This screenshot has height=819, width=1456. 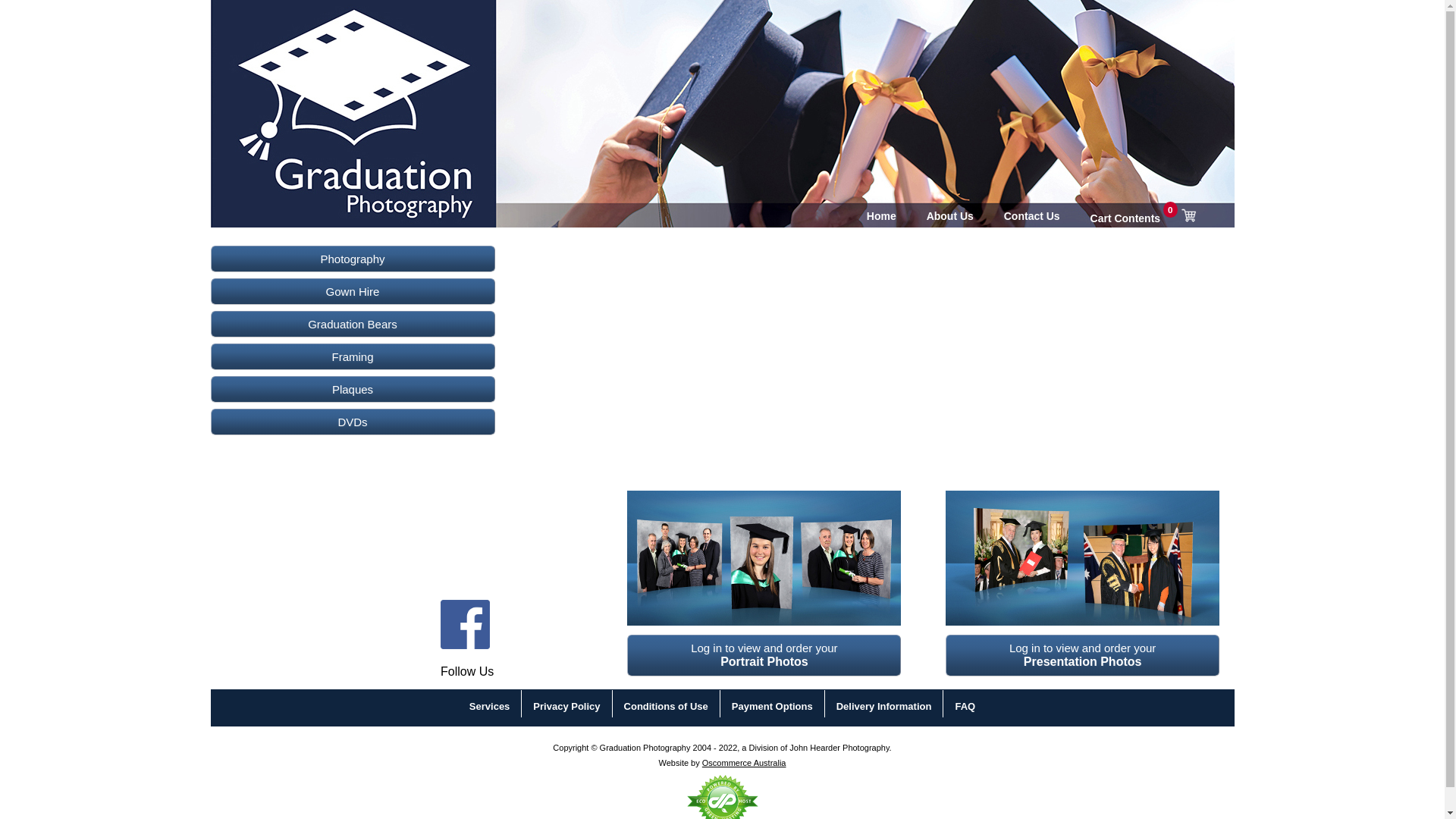 I want to click on 'Gown Hire', so click(x=352, y=291).